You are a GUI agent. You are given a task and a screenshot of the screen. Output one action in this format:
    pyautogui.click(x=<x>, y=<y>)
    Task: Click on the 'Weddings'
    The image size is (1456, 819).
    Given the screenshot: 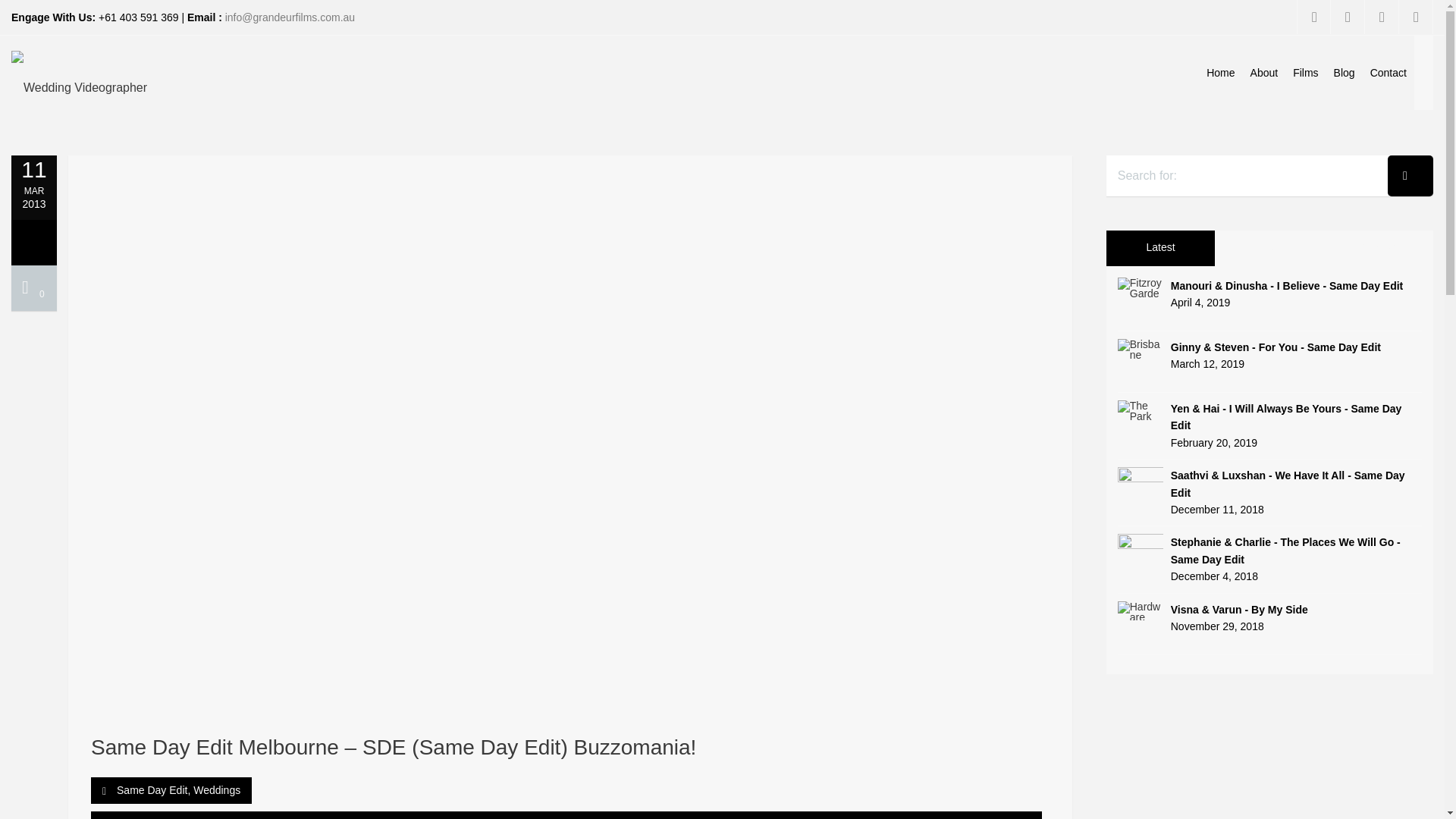 What is the action you would take?
    pyautogui.click(x=216, y=789)
    